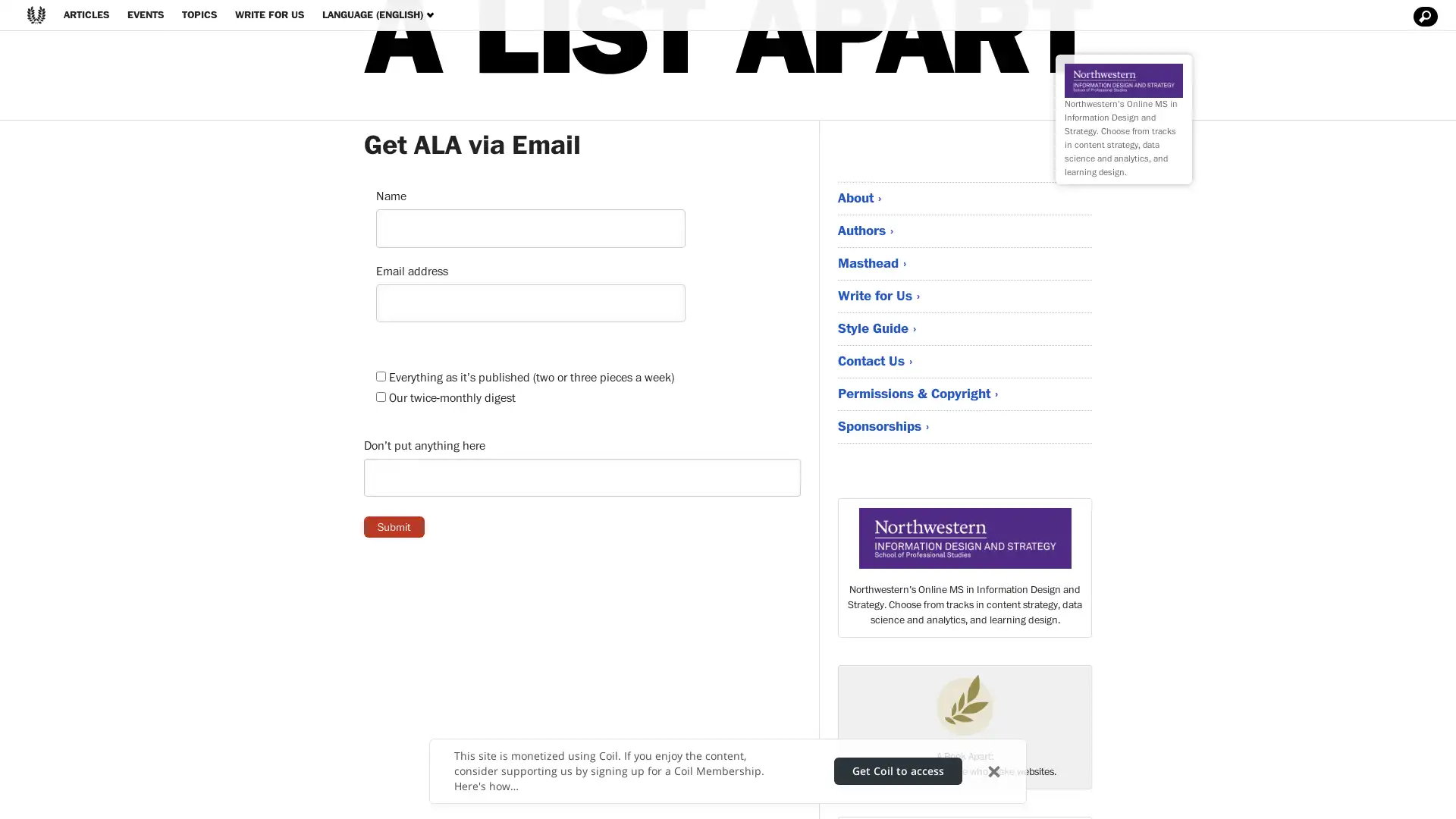 The height and width of the screenshot is (819, 1456). What do you see at coordinates (1423, 17) in the screenshot?
I see `Search` at bounding box center [1423, 17].